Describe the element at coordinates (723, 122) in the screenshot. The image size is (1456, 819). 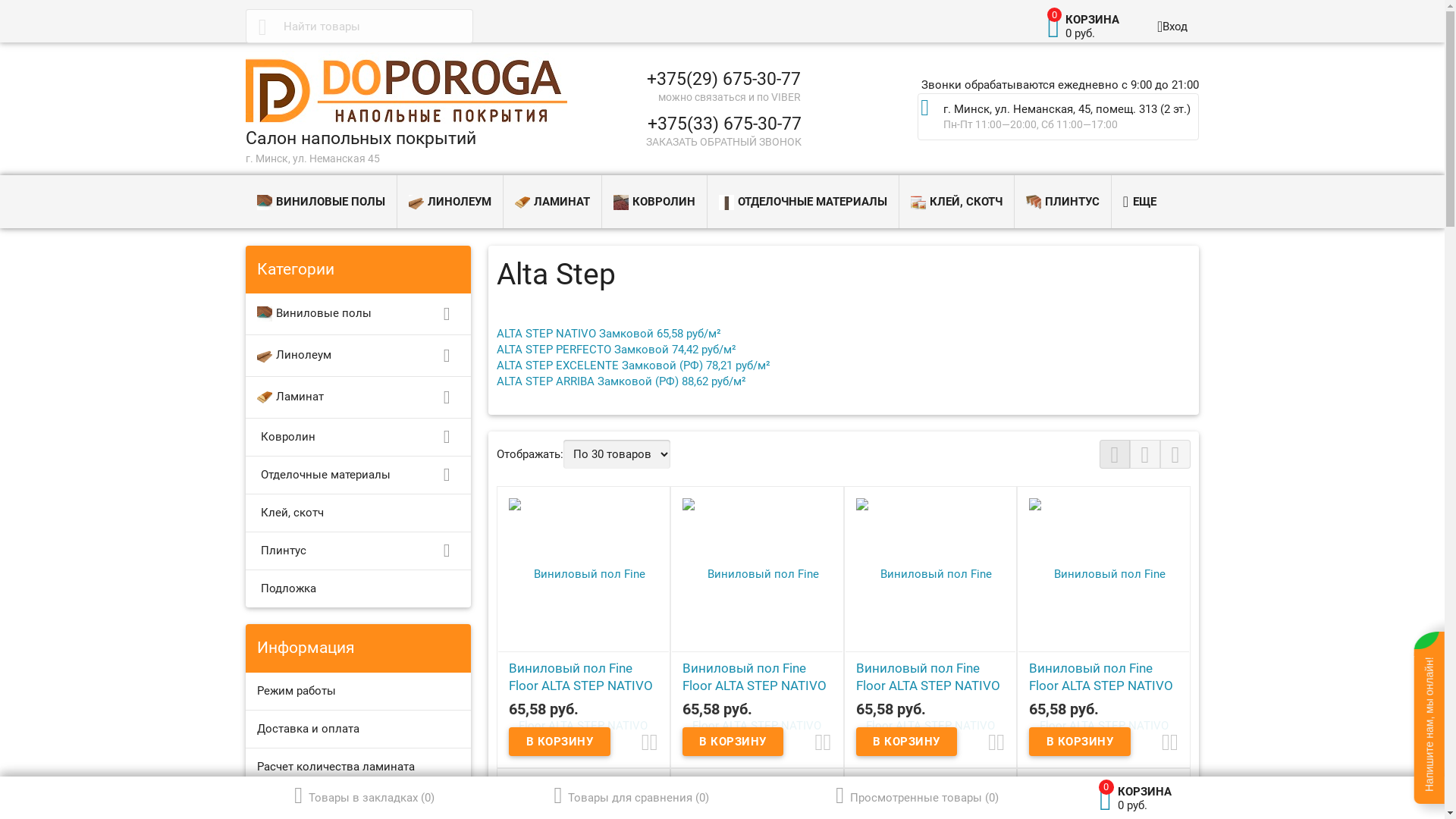
I see `'+375(33) 675-30-77'` at that location.